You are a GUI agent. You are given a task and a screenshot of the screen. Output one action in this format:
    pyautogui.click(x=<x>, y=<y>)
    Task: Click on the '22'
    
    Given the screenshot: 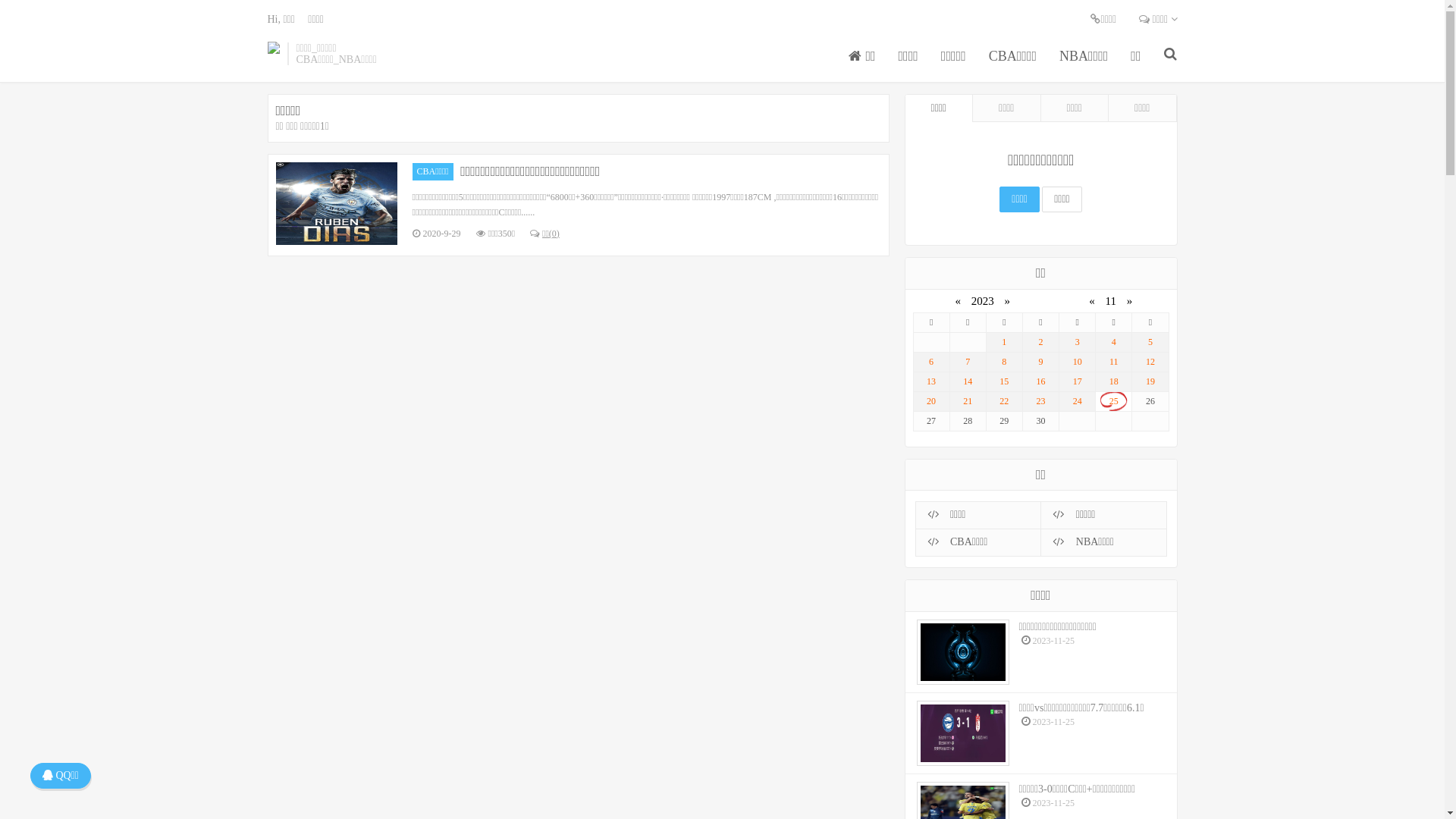 What is the action you would take?
    pyautogui.click(x=1004, y=400)
    